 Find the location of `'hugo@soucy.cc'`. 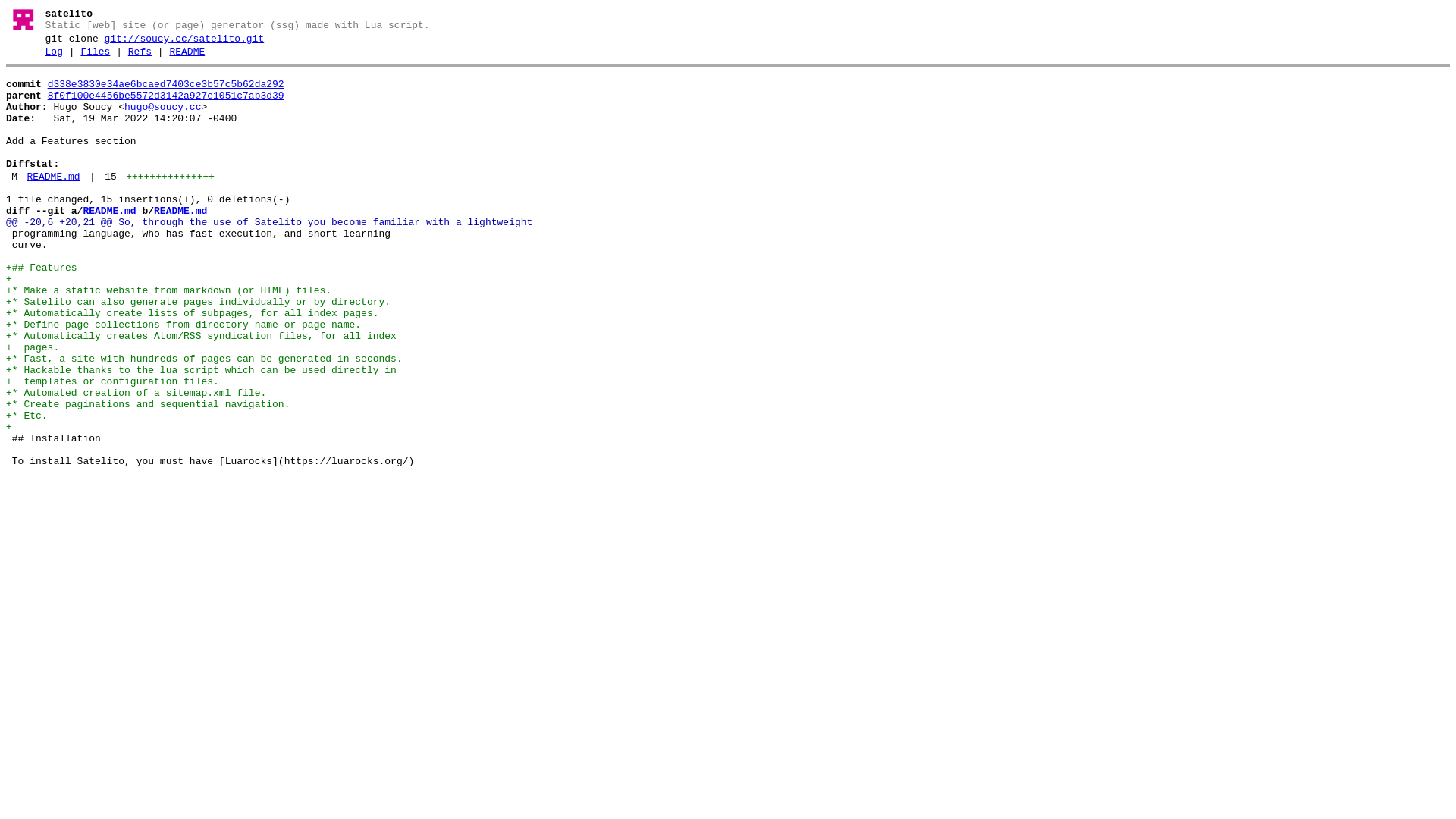

'hugo@soucy.cc' is located at coordinates (124, 106).